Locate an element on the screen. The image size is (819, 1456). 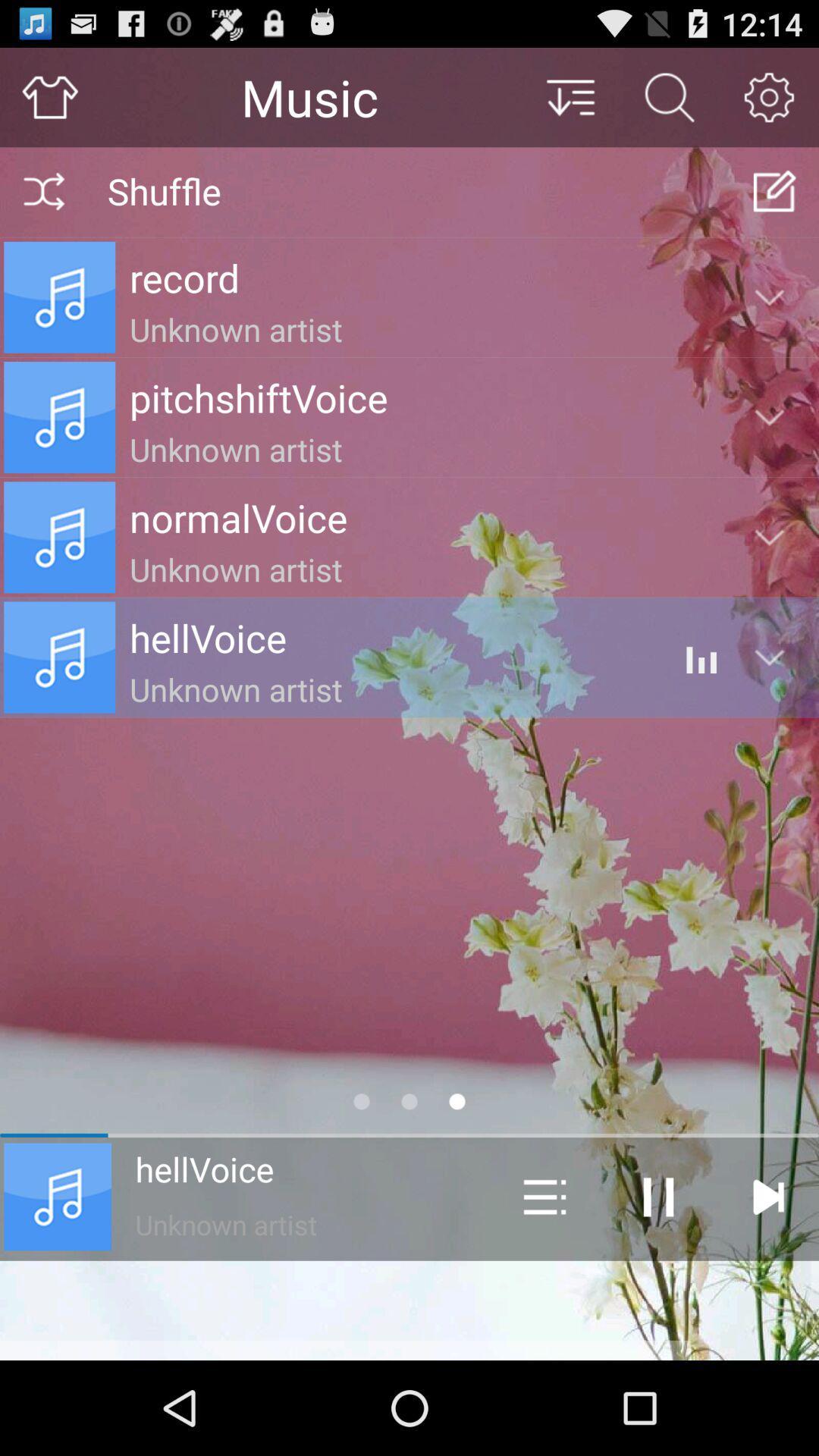
the filter_list icon is located at coordinates (570, 103).